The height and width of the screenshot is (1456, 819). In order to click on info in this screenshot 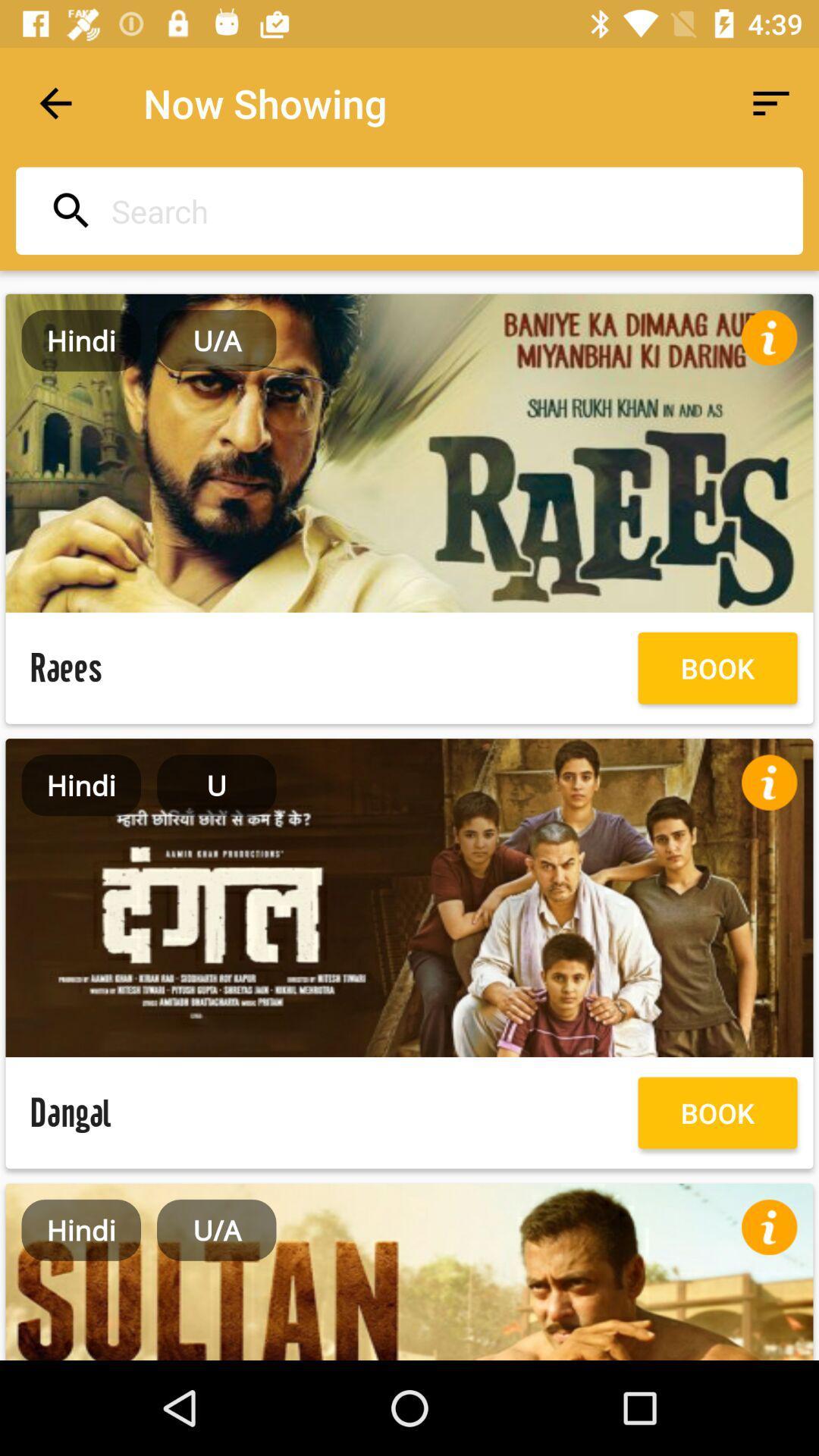, I will do `click(769, 337)`.